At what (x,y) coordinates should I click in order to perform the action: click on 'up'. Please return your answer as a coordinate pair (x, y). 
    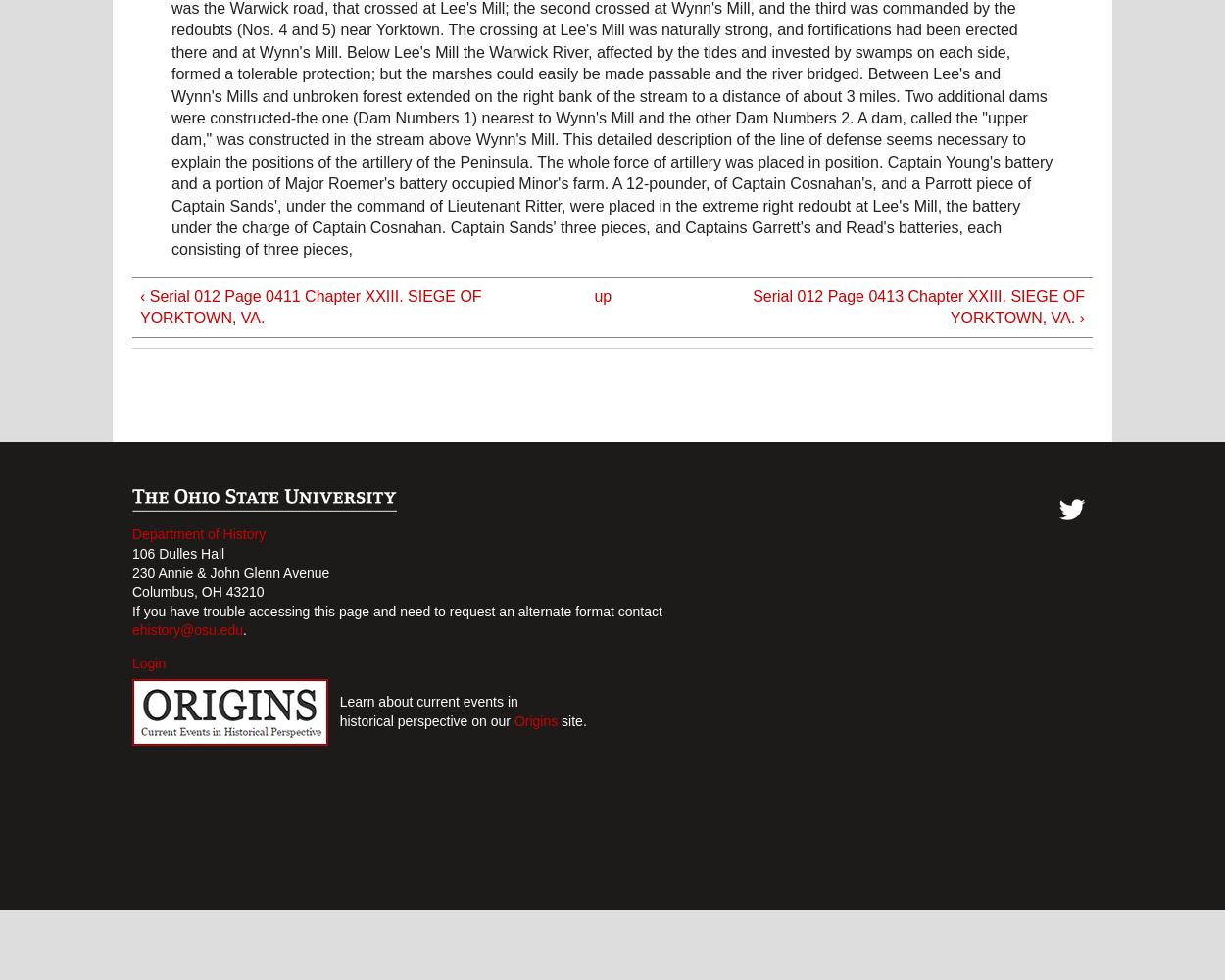
    Looking at the image, I should click on (602, 295).